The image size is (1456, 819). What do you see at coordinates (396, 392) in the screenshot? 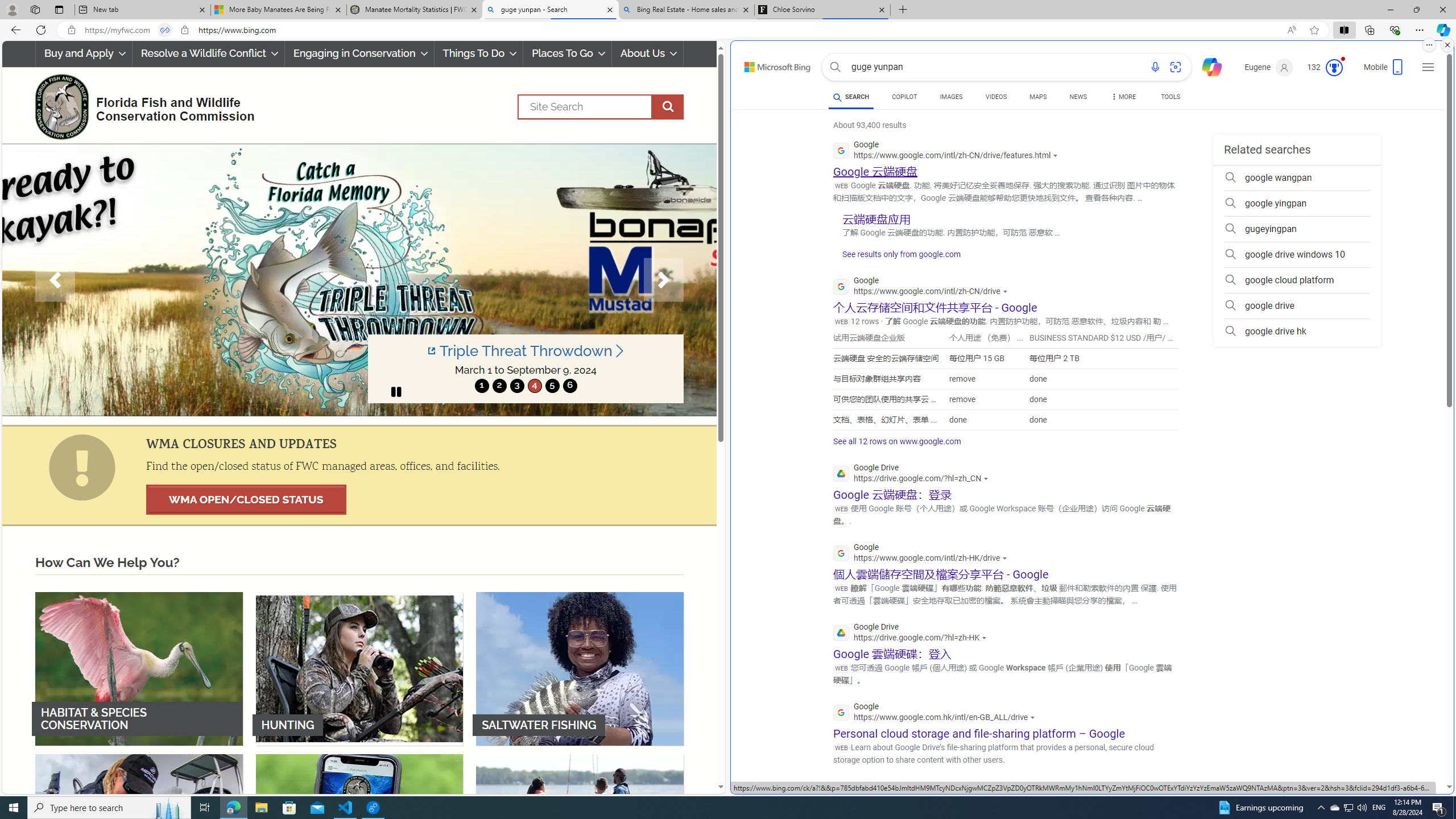
I see `'slider pause button'` at bounding box center [396, 392].